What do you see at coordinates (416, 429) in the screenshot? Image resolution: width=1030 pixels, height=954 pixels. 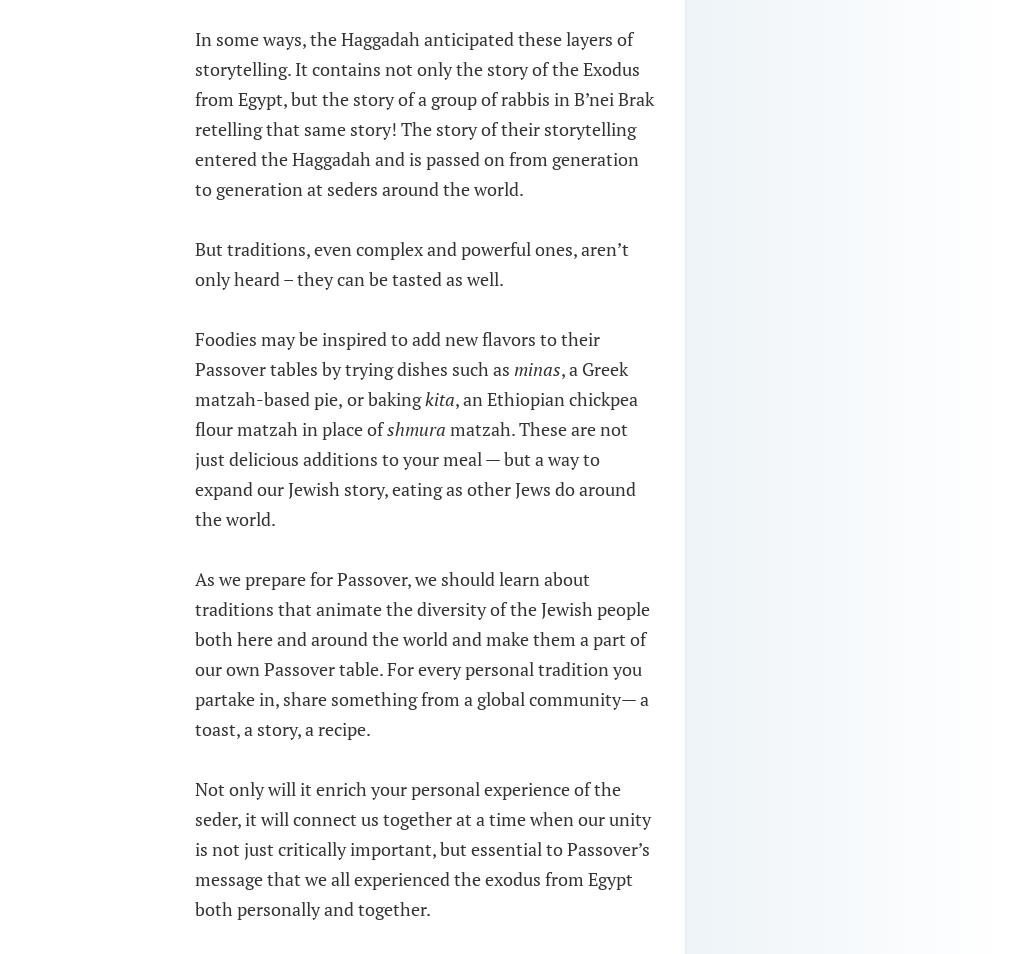 I see `'shmura'` at bounding box center [416, 429].